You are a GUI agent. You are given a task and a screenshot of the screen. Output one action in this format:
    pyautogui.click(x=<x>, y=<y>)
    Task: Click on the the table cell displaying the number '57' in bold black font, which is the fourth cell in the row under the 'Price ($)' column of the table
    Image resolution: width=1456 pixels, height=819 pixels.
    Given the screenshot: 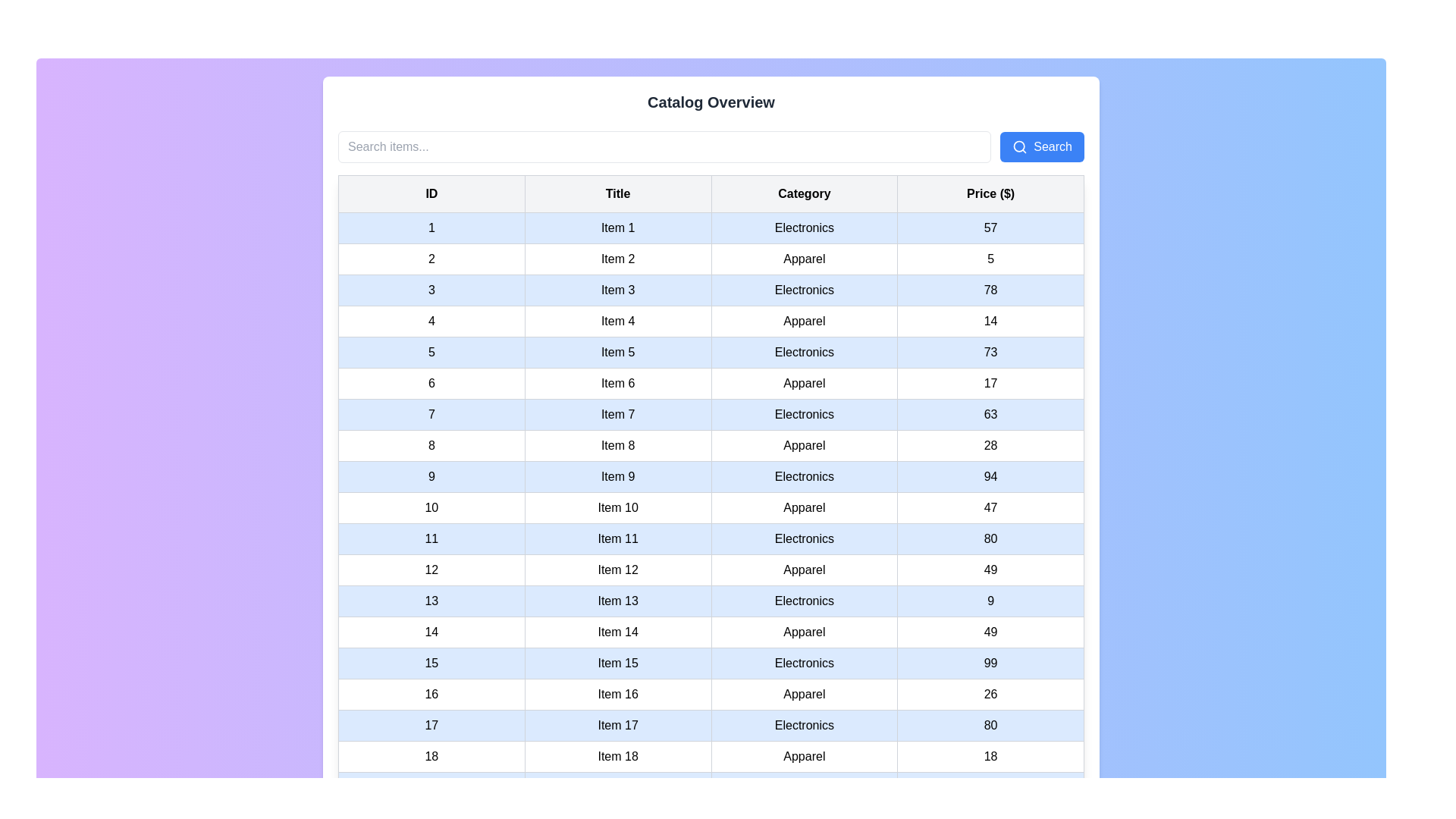 What is the action you would take?
    pyautogui.click(x=990, y=227)
    